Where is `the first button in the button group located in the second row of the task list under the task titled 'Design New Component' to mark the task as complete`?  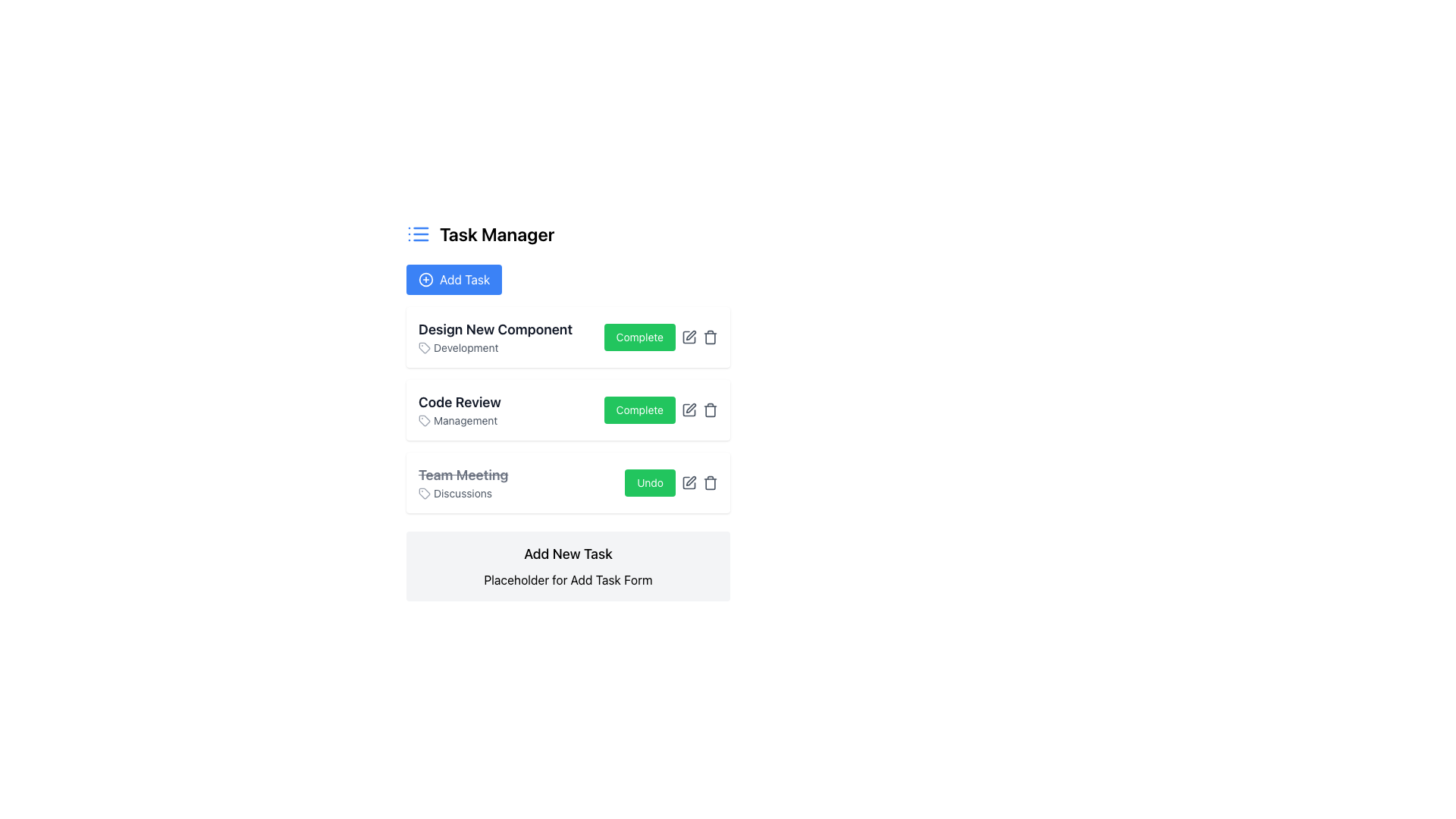 the first button in the button group located in the second row of the task list under the task titled 'Design New Component' to mark the task as complete is located at coordinates (639, 336).